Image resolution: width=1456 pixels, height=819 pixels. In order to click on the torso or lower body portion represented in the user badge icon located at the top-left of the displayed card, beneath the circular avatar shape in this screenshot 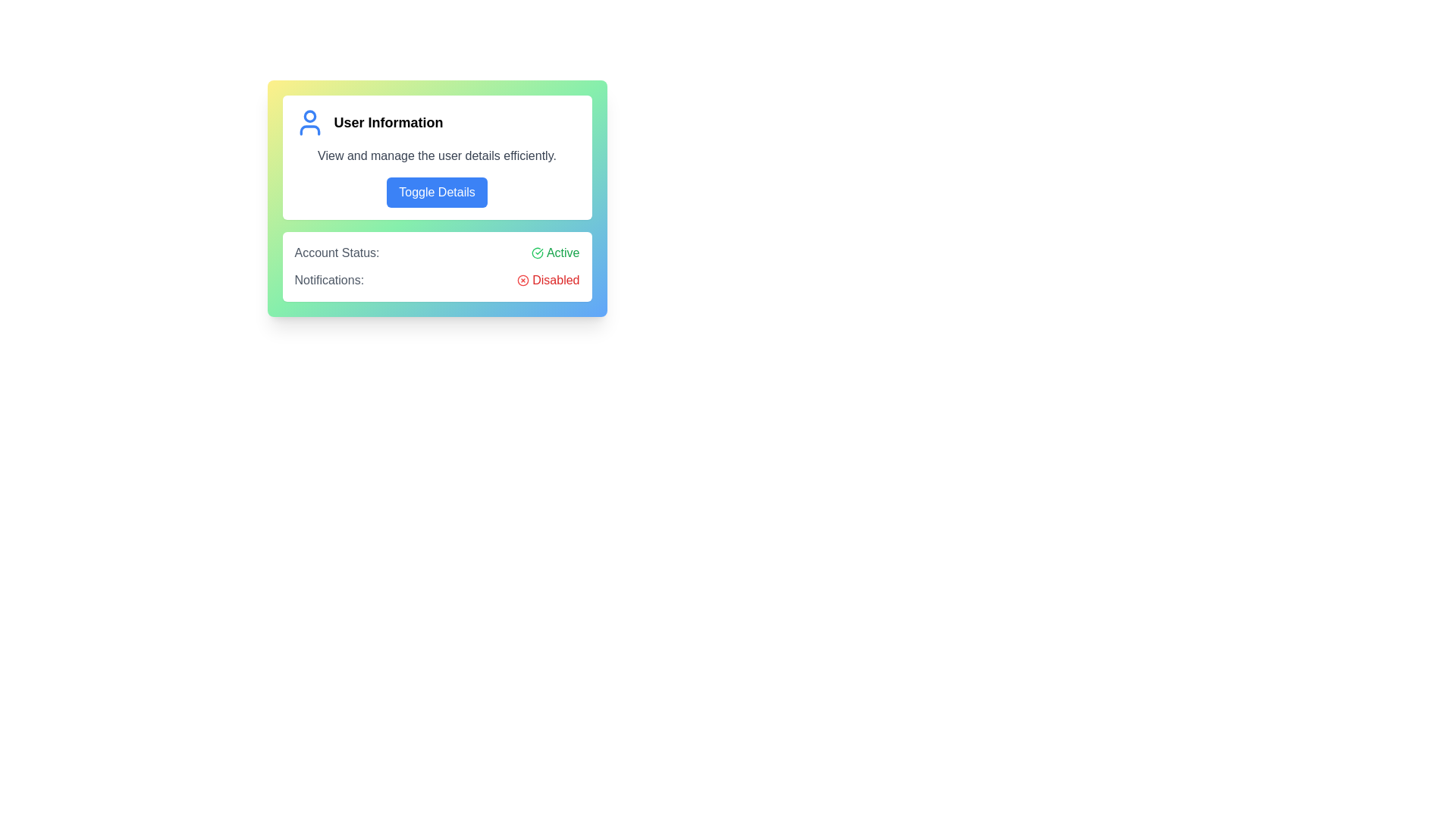, I will do `click(309, 130)`.